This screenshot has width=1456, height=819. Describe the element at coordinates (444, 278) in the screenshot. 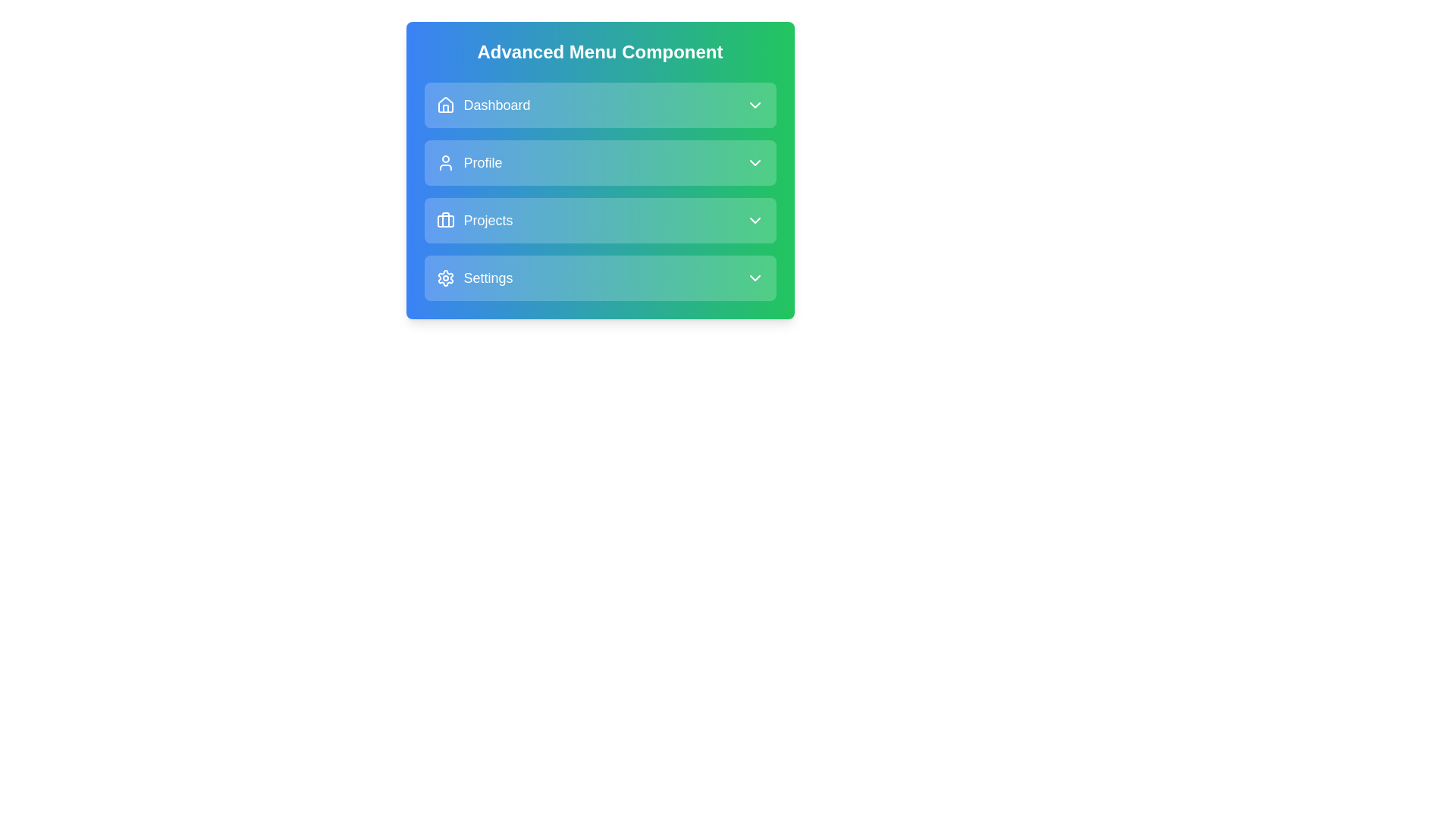

I see `the settings cogwheel icon located` at that location.